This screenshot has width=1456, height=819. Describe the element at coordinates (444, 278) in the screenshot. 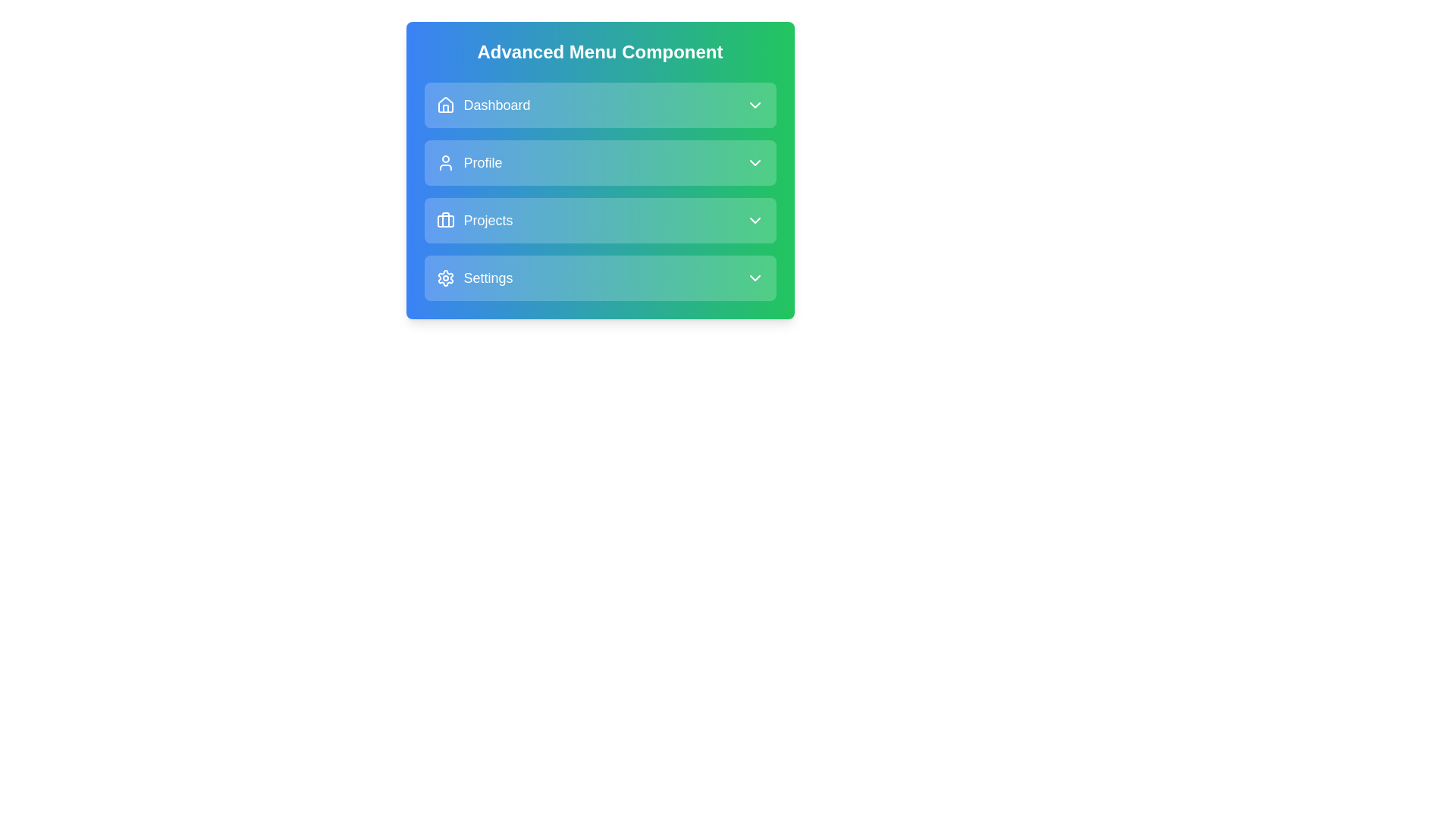

I see `the settings cogwheel icon located` at that location.